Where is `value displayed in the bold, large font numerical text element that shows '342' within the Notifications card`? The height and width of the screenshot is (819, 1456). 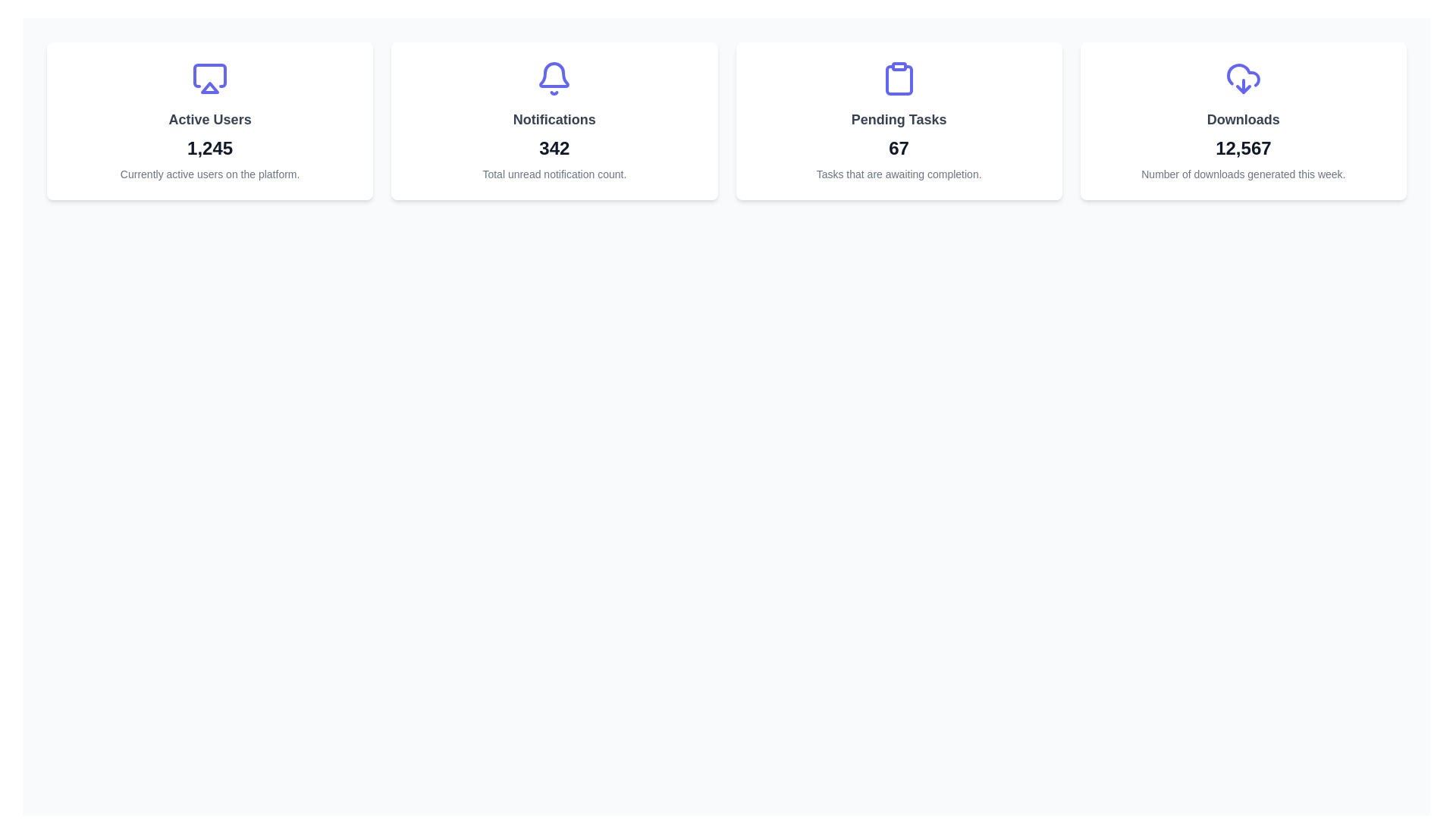 value displayed in the bold, large font numerical text element that shows '342' within the Notifications card is located at coordinates (554, 149).